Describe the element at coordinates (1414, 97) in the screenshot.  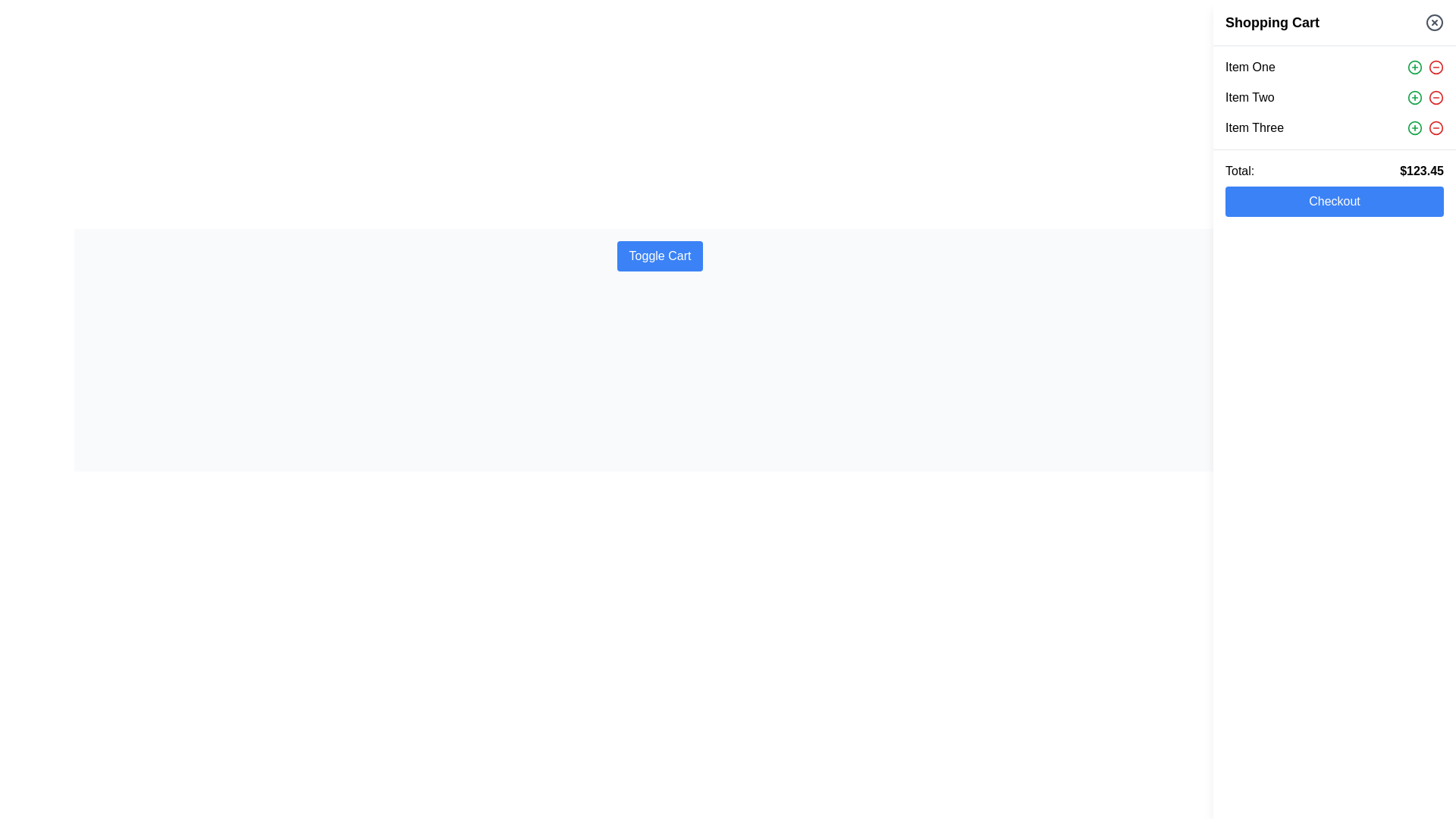
I see `the green circular icon with a plus sign located next to 'Item Two' in the shopping cart sidebar` at that location.